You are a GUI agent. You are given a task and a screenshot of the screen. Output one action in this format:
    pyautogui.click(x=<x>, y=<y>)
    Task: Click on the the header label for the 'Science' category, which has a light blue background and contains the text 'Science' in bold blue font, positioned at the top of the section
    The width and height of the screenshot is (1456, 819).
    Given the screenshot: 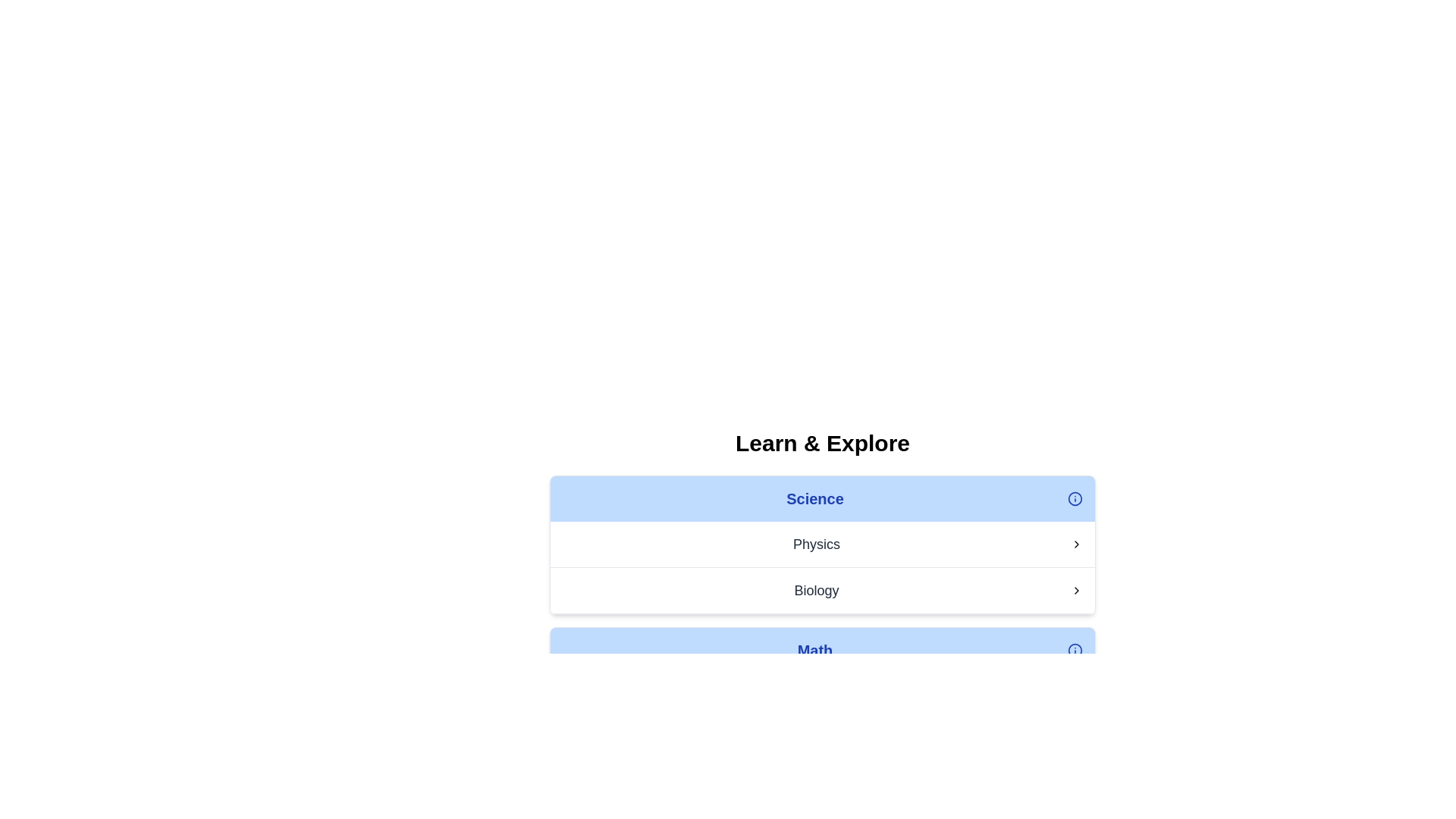 What is the action you would take?
    pyautogui.click(x=821, y=499)
    